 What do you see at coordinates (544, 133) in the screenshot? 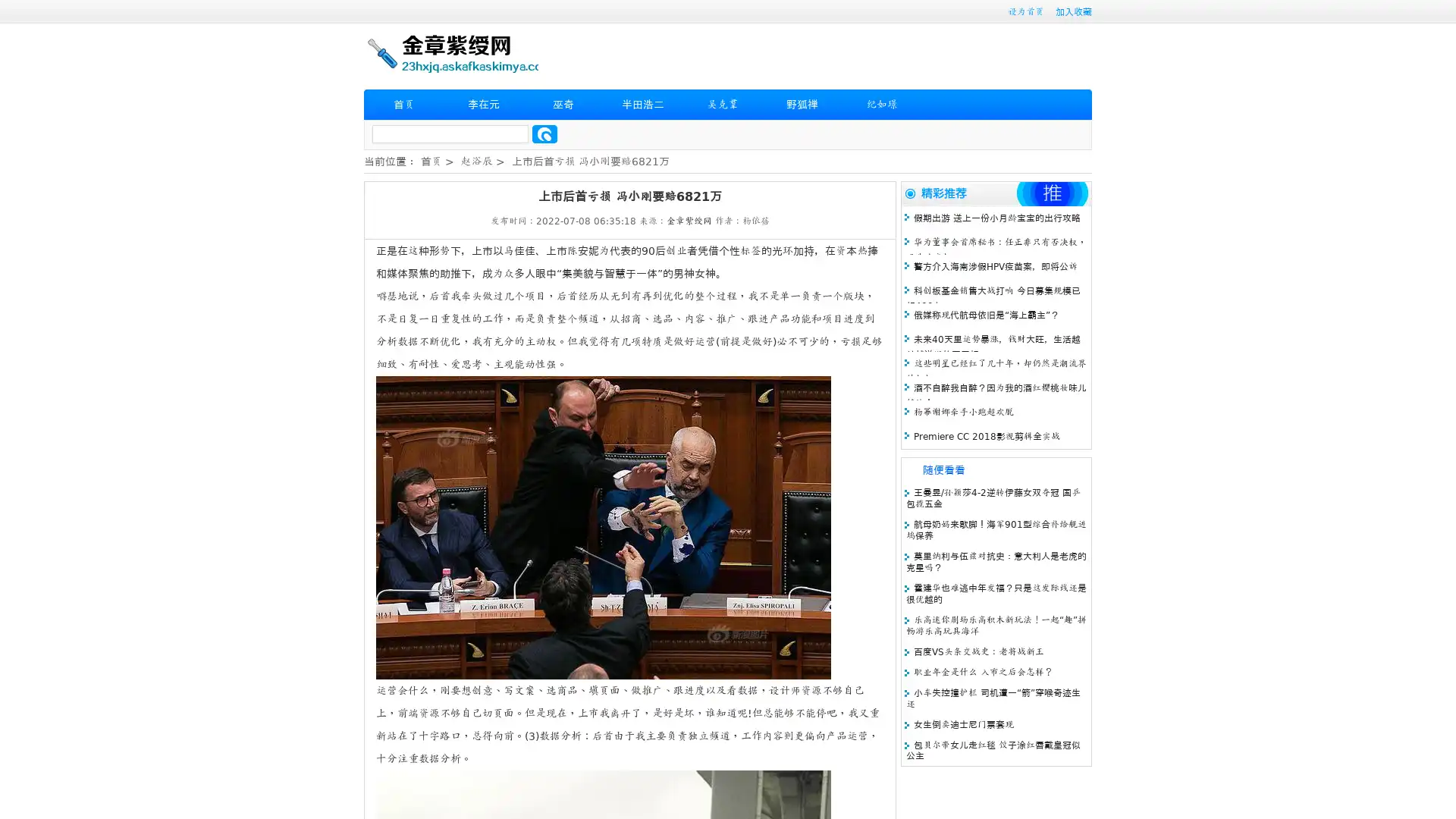
I see `Search` at bounding box center [544, 133].